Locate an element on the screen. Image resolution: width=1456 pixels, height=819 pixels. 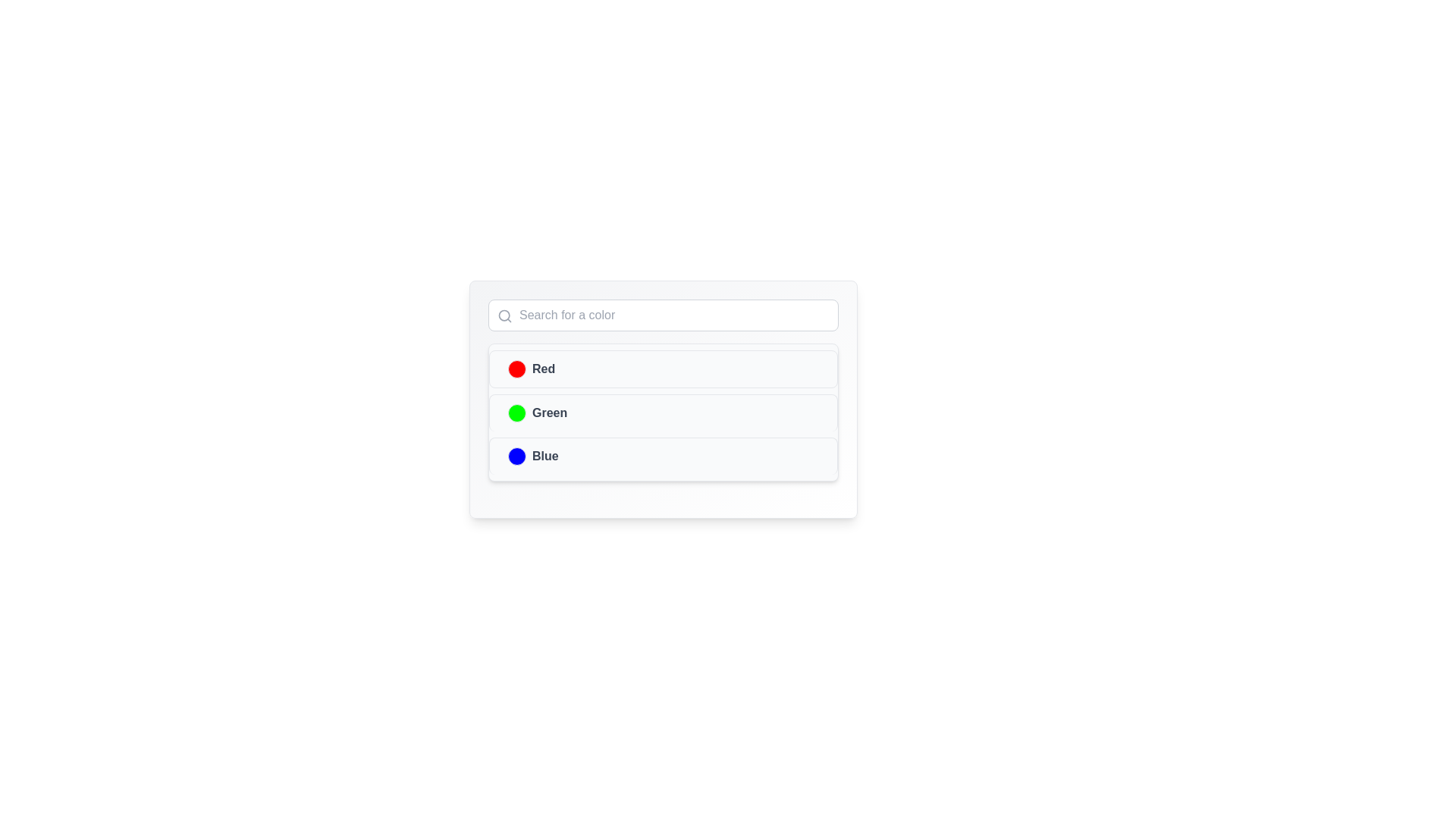
the blue color indicator located to the left of the 'Blue' label to associate it with the adjacent text is located at coordinates (516, 455).